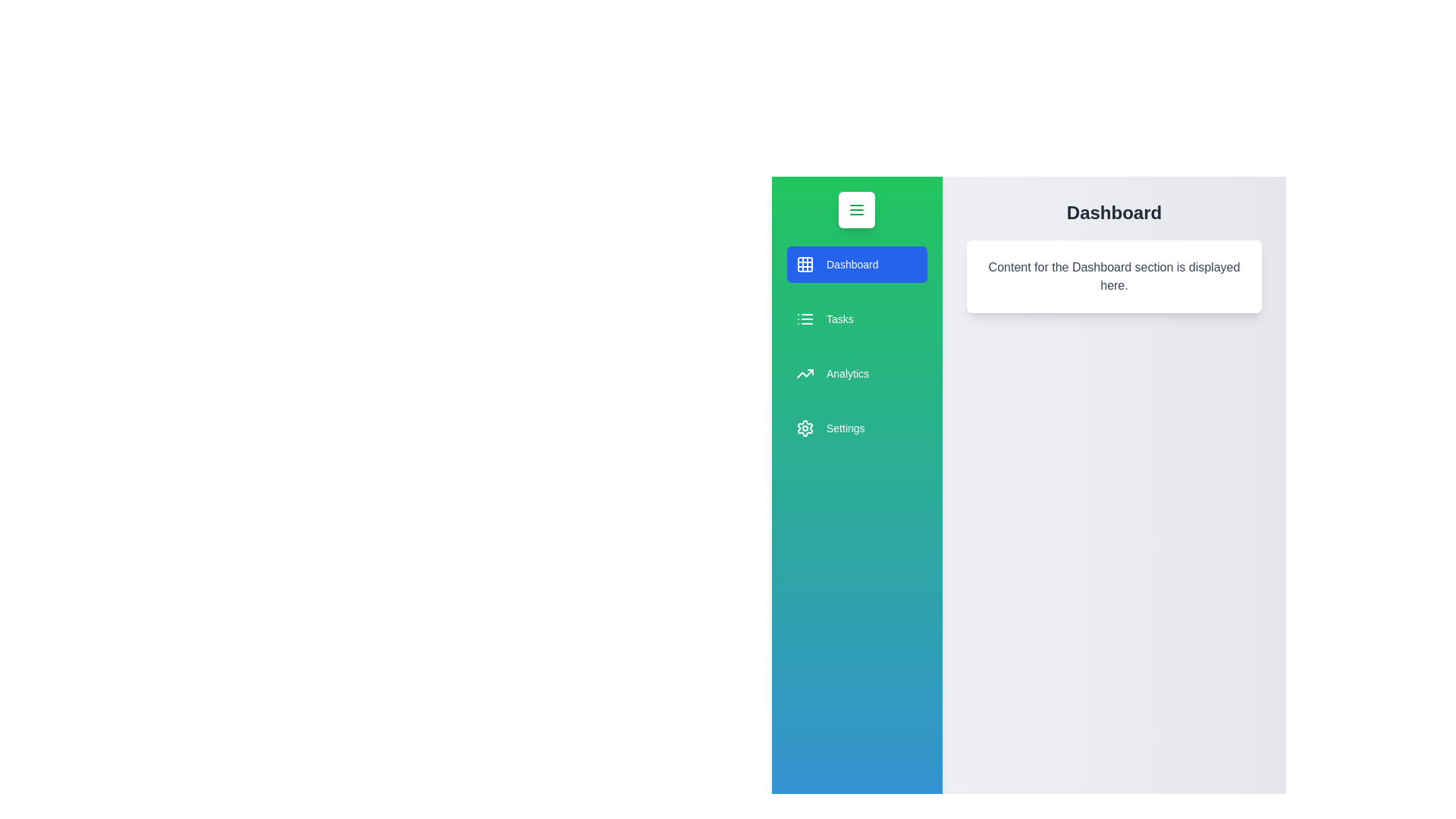  Describe the element at coordinates (856, 318) in the screenshot. I see `the Tasks tab` at that location.